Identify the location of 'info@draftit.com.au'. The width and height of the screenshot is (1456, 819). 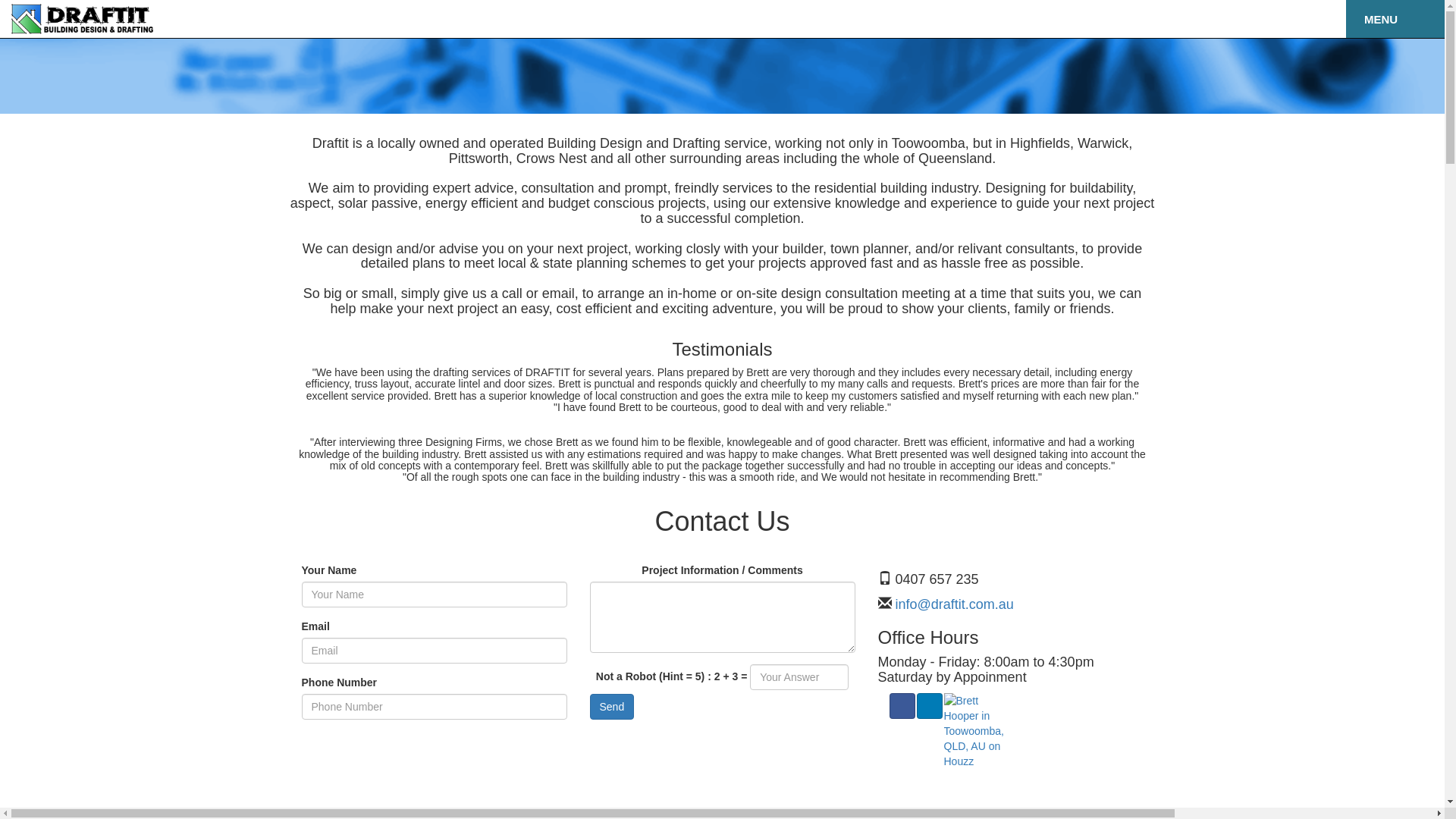
(952, 604).